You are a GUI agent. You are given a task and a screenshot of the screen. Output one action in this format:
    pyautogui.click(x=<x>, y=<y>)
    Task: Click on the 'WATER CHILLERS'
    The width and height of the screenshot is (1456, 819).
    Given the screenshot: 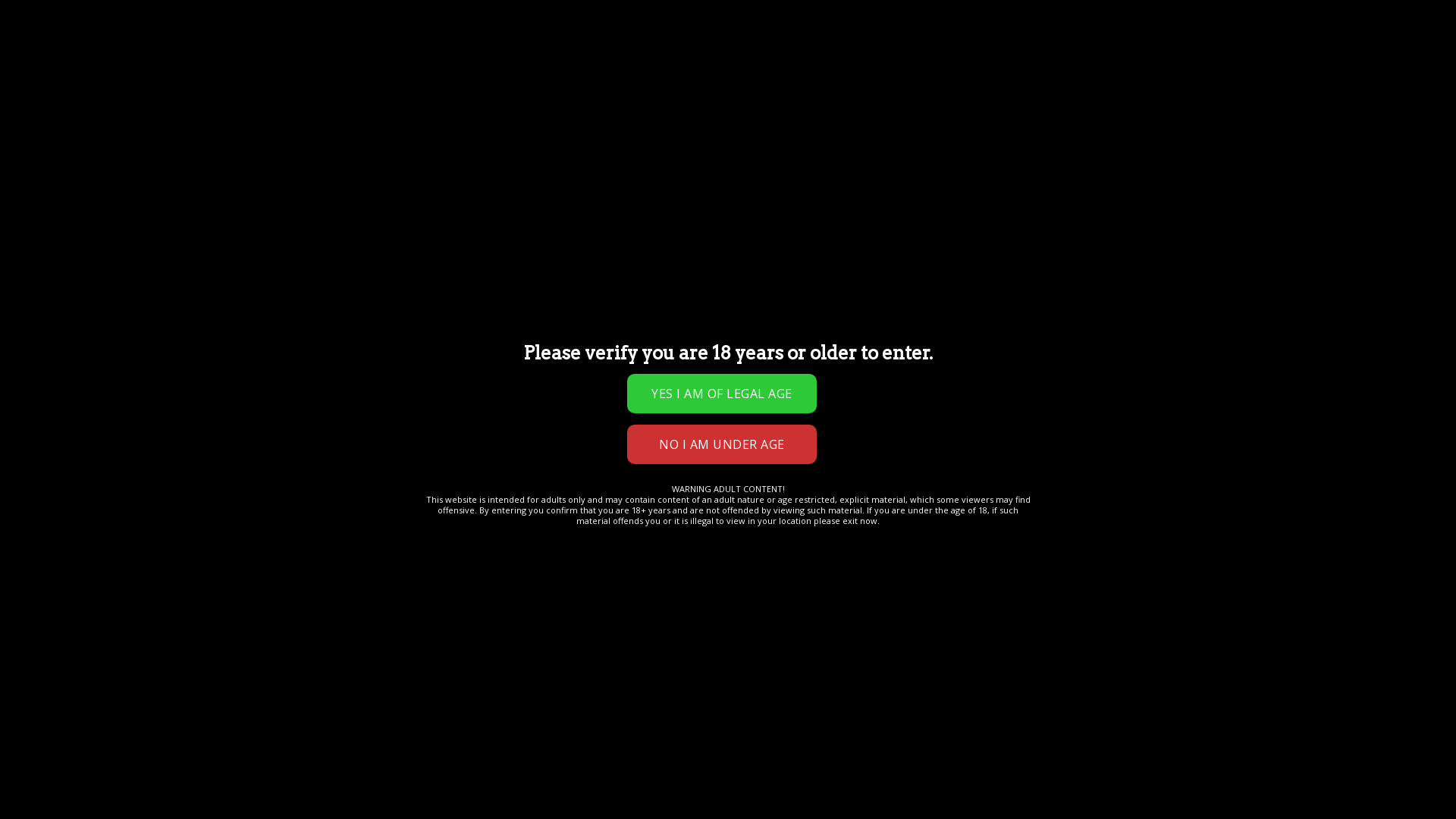 What is the action you would take?
    pyautogui.click(x=107, y=113)
    